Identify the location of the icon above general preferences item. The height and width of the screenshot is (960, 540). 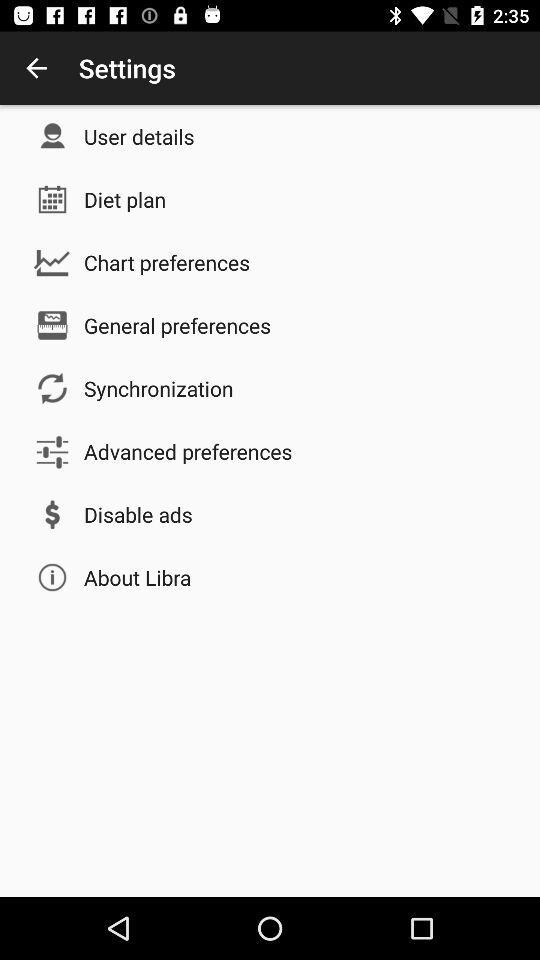
(166, 261).